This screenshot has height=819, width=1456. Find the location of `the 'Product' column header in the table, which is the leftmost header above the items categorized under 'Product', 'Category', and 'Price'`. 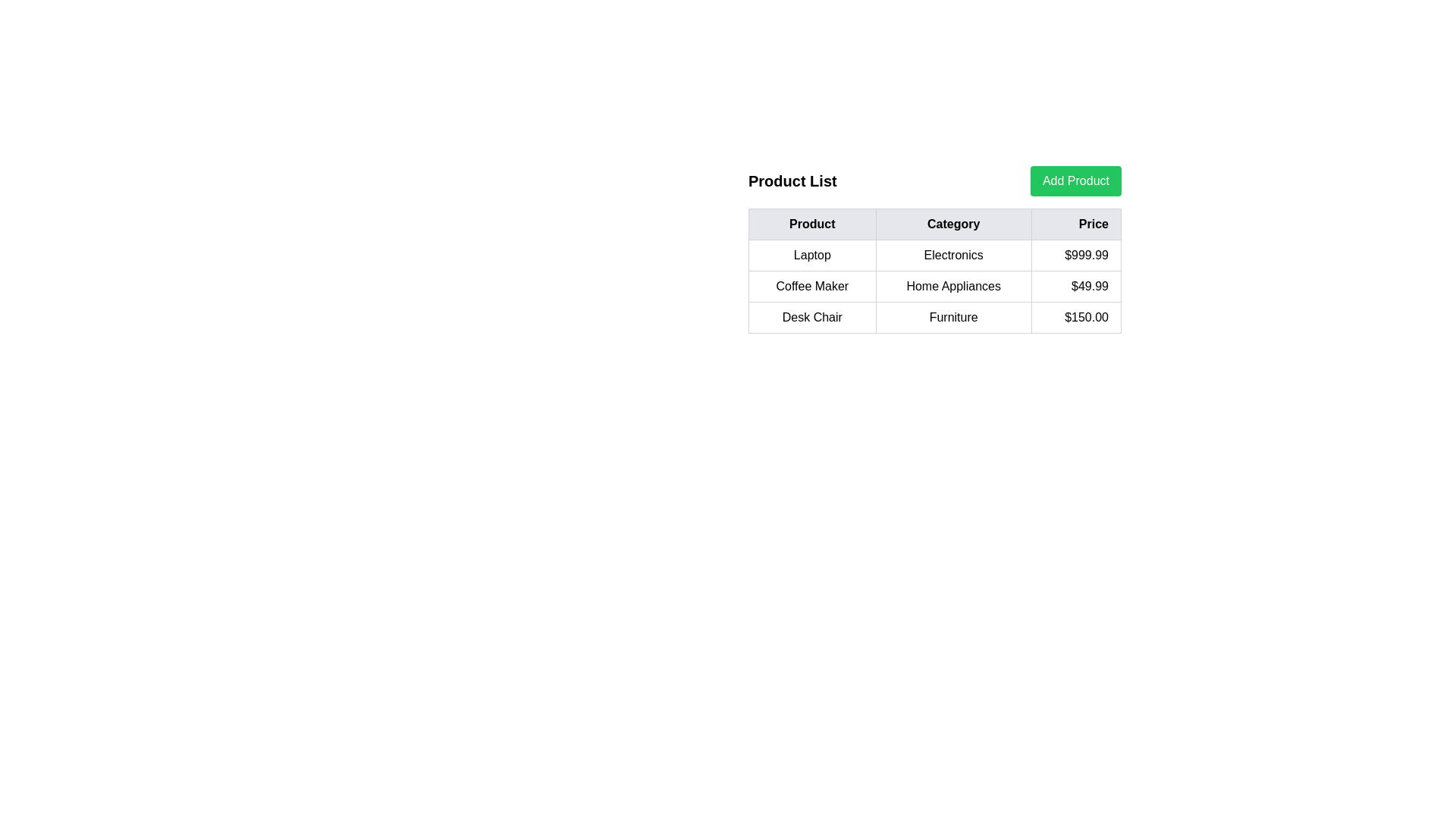

the 'Product' column header in the table, which is the leftmost header above the items categorized under 'Product', 'Category', and 'Price' is located at coordinates (811, 224).